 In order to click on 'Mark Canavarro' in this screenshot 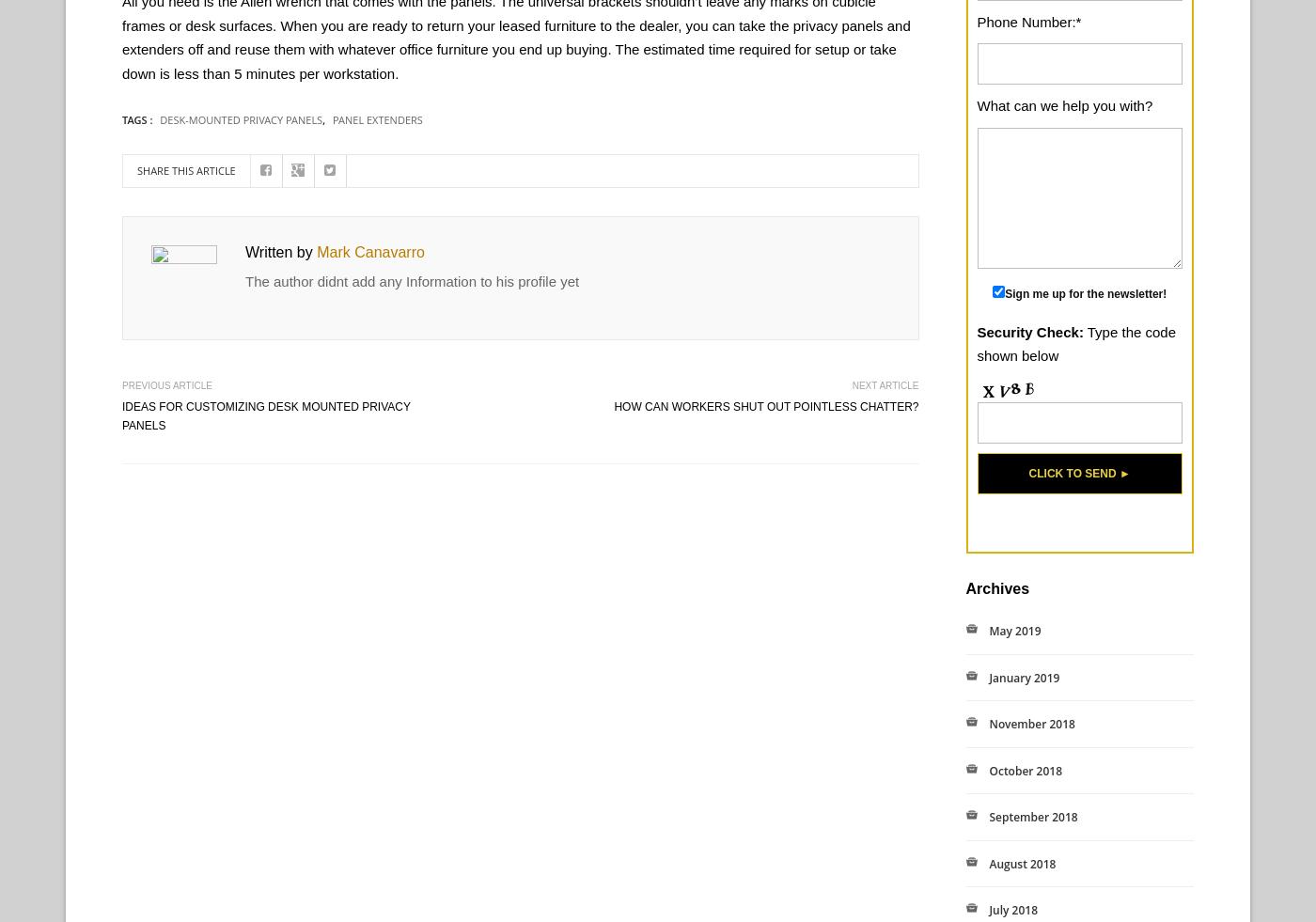, I will do `click(369, 251)`.